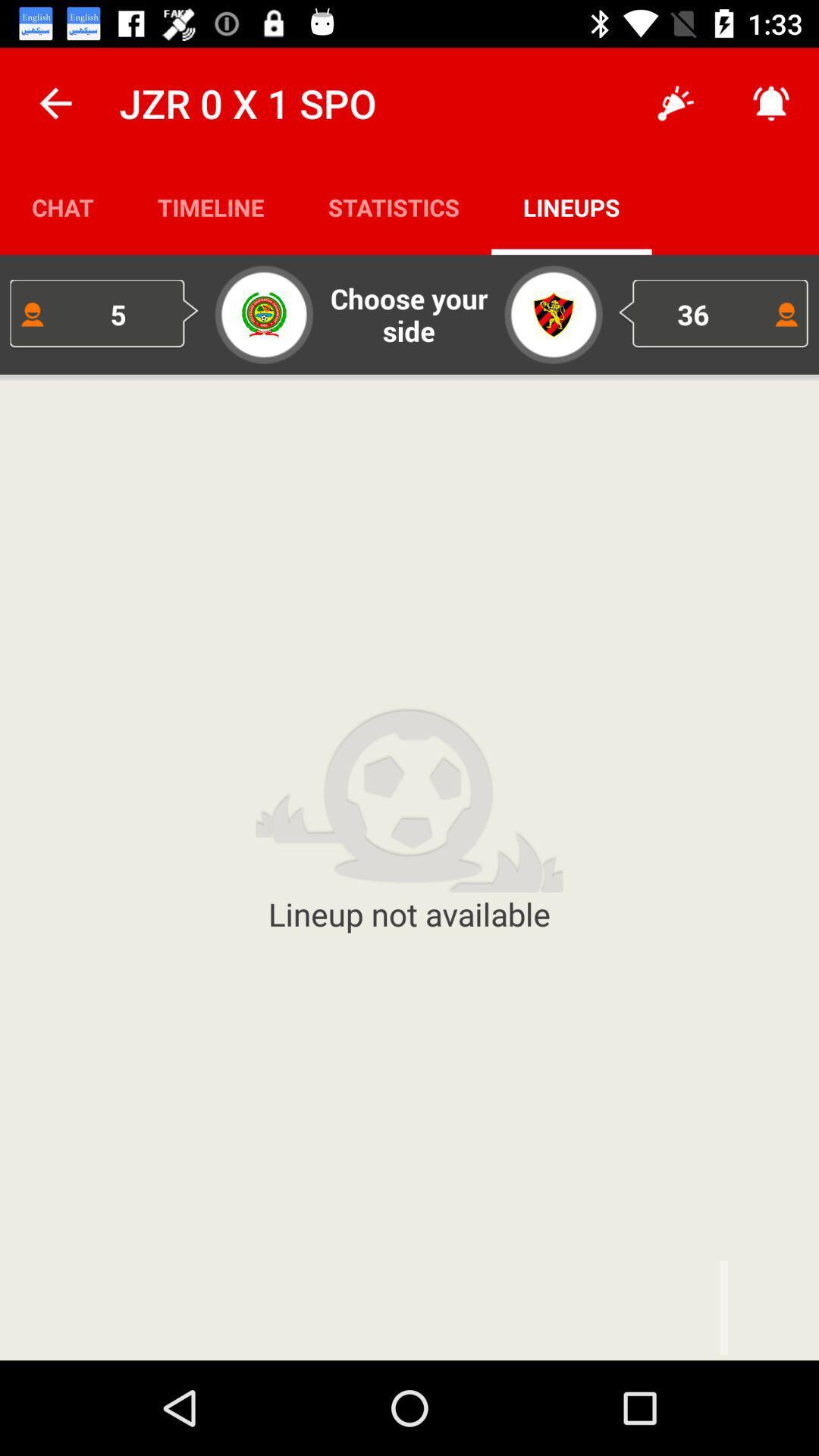  I want to click on 36  icon, so click(714, 313).